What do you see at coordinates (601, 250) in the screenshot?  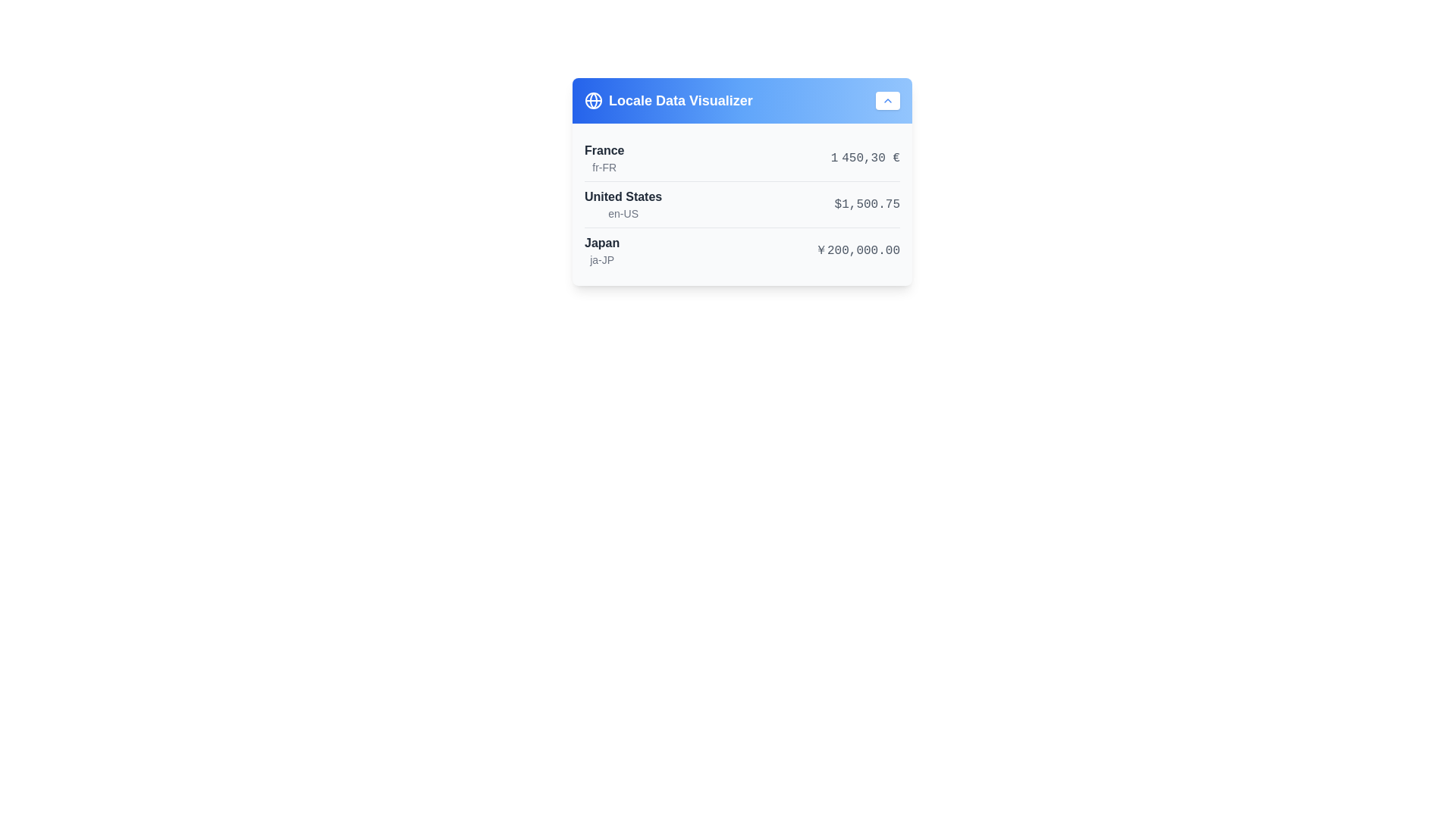 I see `text element displaying the country name 'Japan' and its locale code 'ja-JP' in the third row of the 'Locale Data Visualizer' card layout` at bounding box center [601, 250].